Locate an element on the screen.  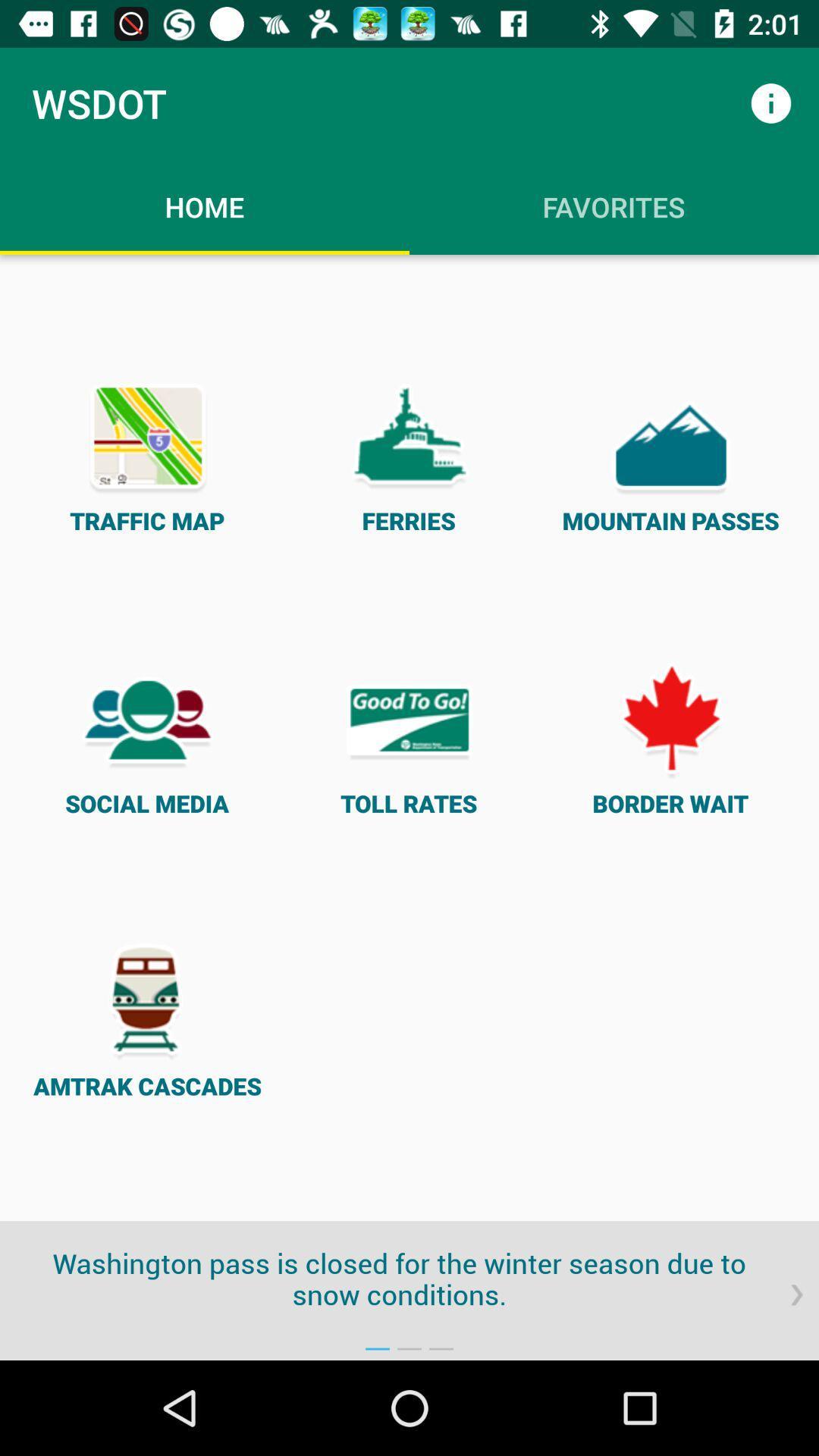
the item next to ferries item is located at coordinates (670, 454).